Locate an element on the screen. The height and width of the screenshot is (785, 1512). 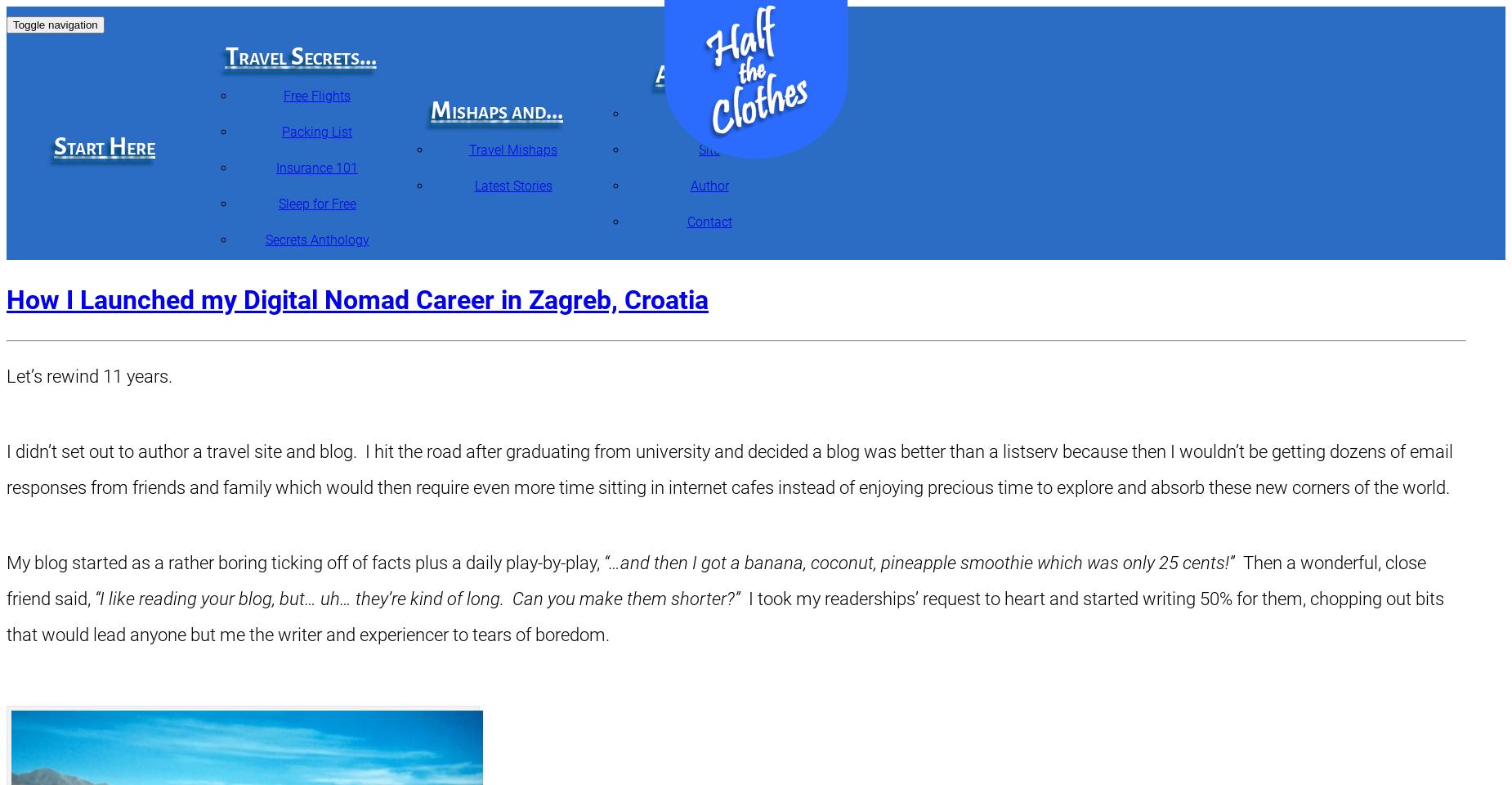
'My blog started as a rather boring ticking off of facts plus a daily play-by-play,' is located at coordinates (5, 563).